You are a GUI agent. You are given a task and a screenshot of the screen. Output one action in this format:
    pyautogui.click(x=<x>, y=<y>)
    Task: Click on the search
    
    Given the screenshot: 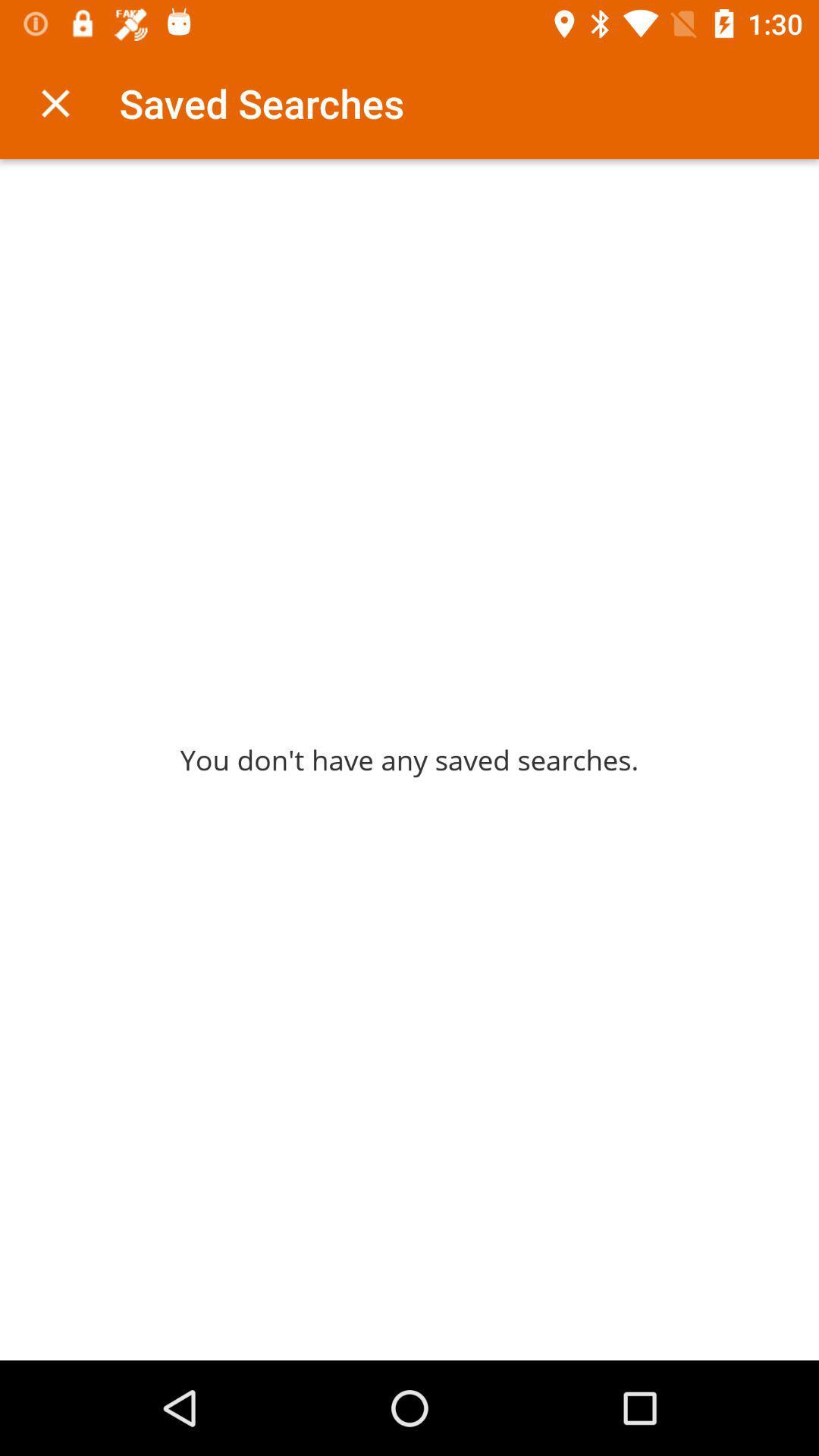 What is the action you would take?
    pyautogui.click(x=55, y=102)
    